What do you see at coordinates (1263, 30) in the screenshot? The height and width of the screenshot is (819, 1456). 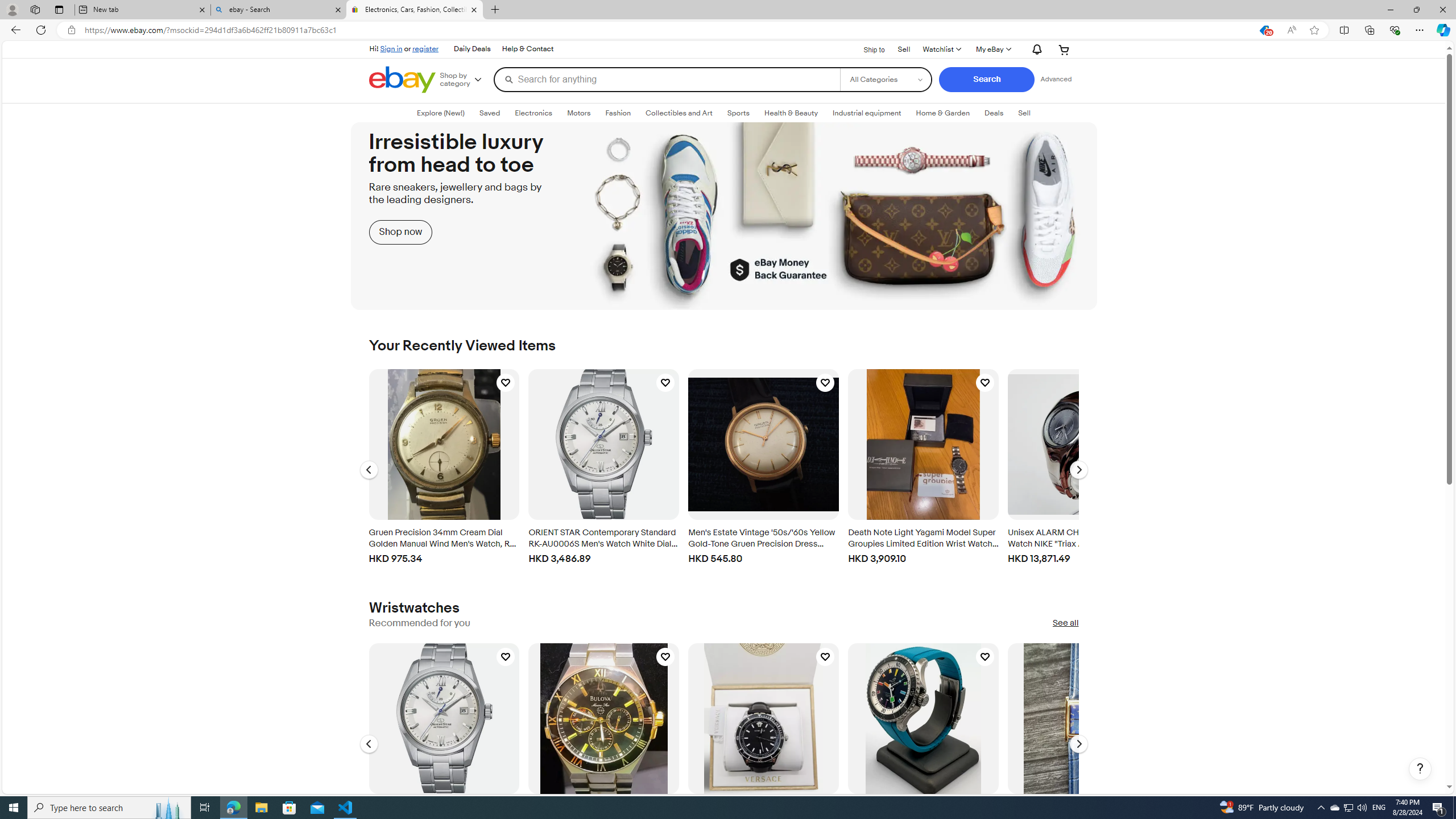 I see `'This site has coupons! Shopping in Microsoft Edge, 20'` at bounding box center [1263, 30].